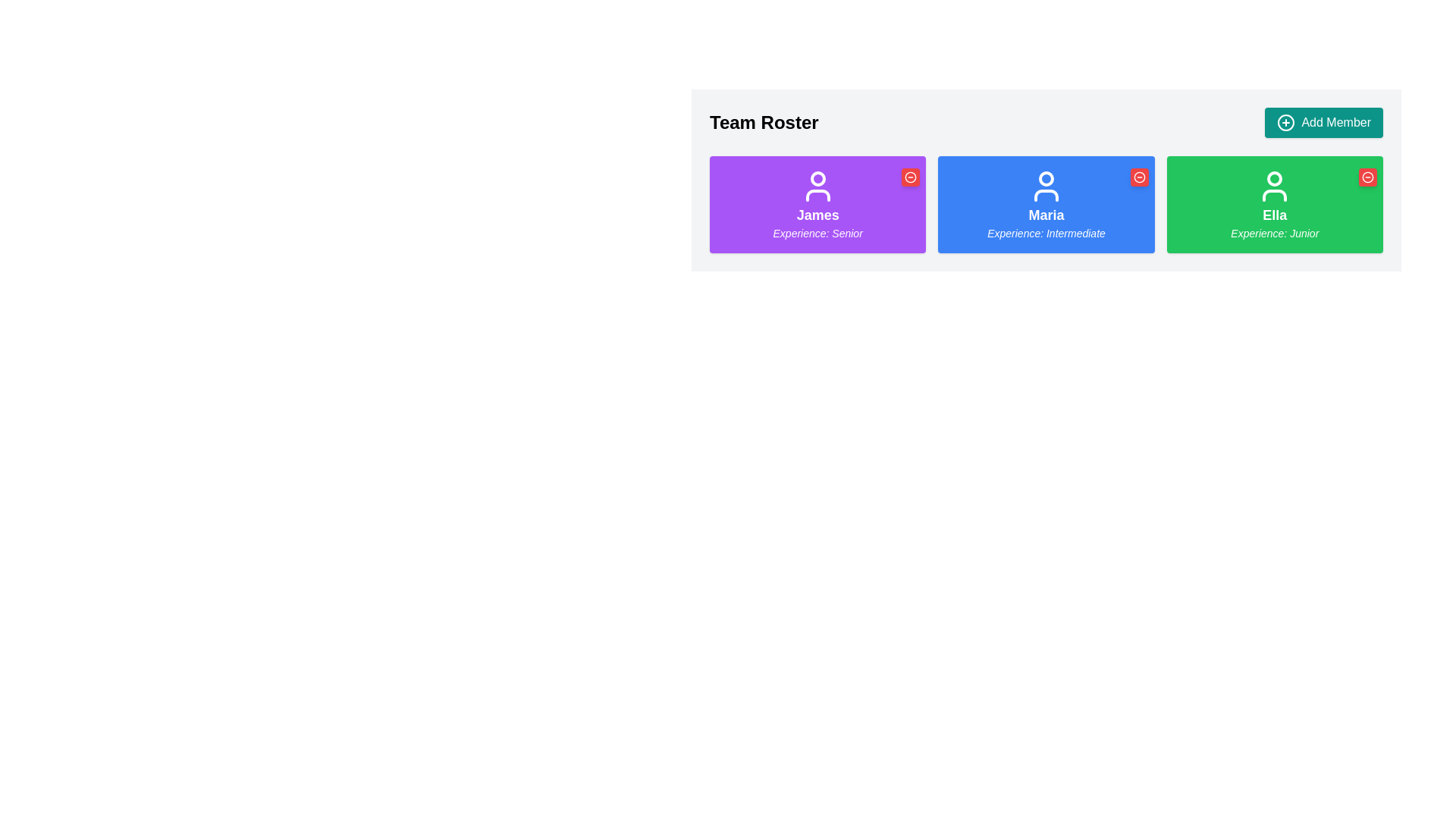 This screenshot has width=1456, height=819. What do you see at coordinates (817, 234) in the screenshot?
I see `the italicized text label displaying 'Experience: Senior' located below the bold label 'James' in the purple card to trigger a tooltip or highlight` at bounding box center [817, 234].